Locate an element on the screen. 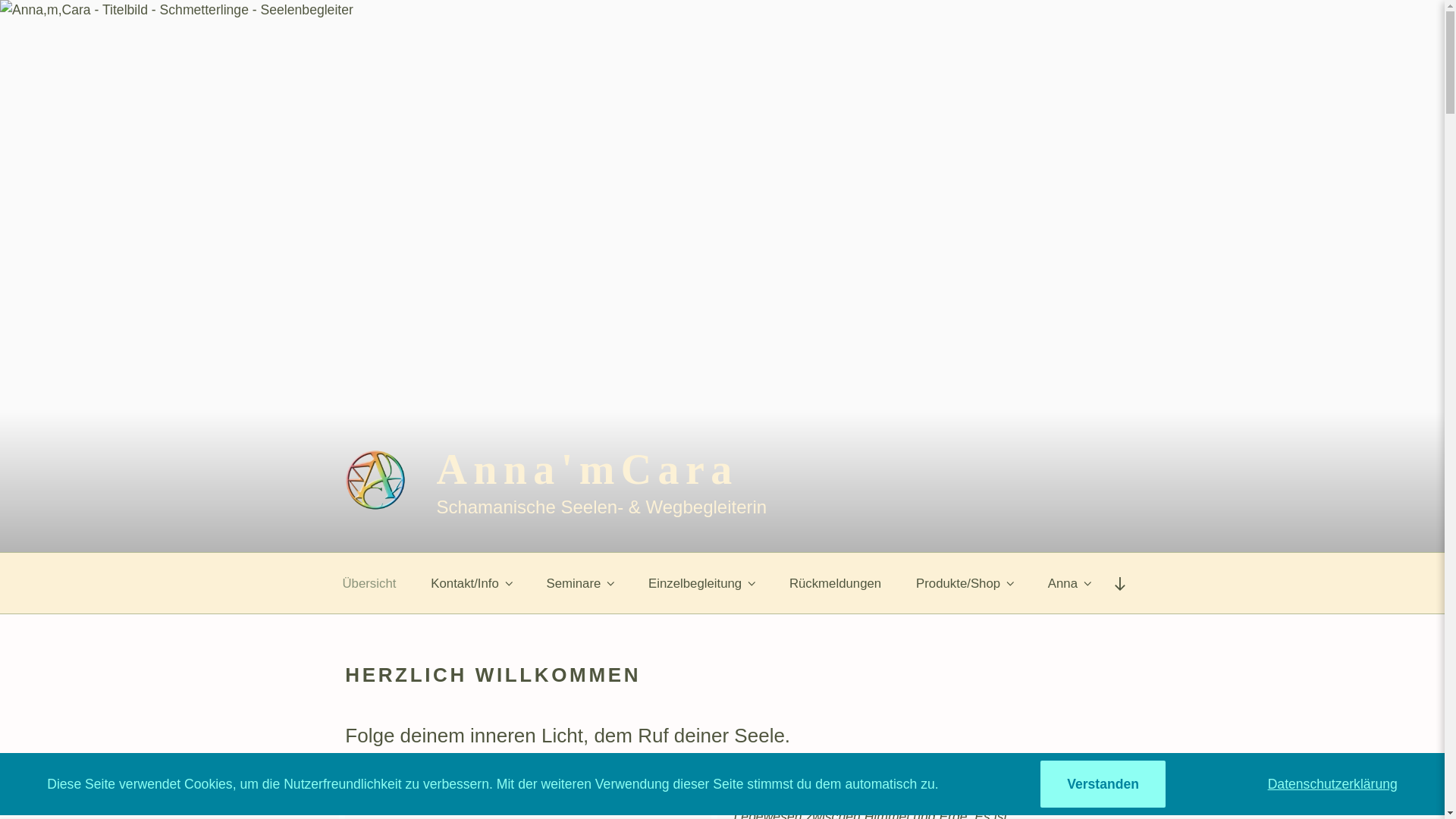 This screenshot has width=1456, height=819. 'Anna'mCara' is located at coordinates (585, 468).